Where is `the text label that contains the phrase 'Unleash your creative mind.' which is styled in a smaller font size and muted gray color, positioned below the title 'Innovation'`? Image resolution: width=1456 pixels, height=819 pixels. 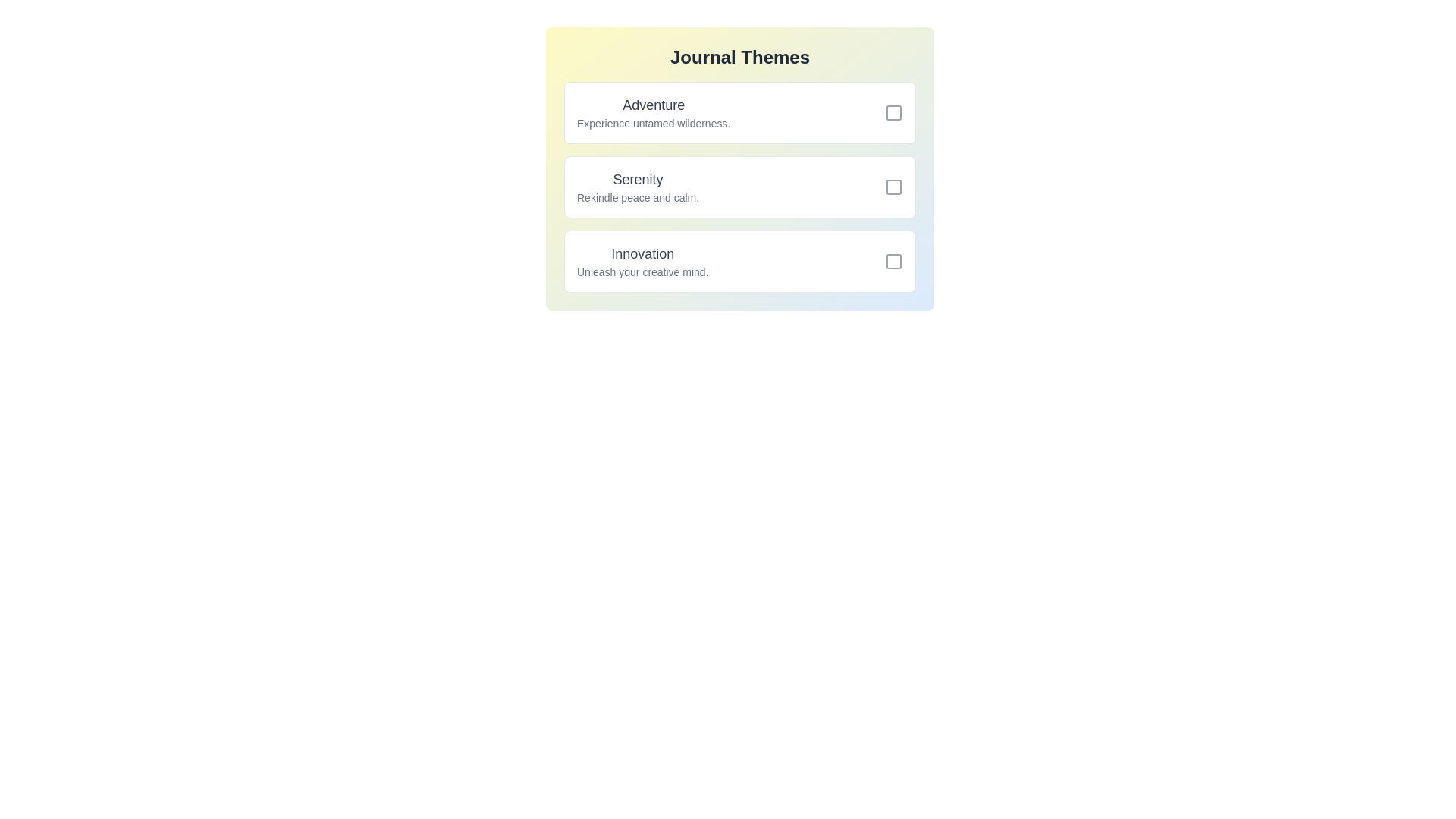 the text label that contains the phrase 'Unleash your creative mind.' which is styled in a smaller font size and muted gray color, positioned below the title 'Innovation' is located at coordinates (642, 271).